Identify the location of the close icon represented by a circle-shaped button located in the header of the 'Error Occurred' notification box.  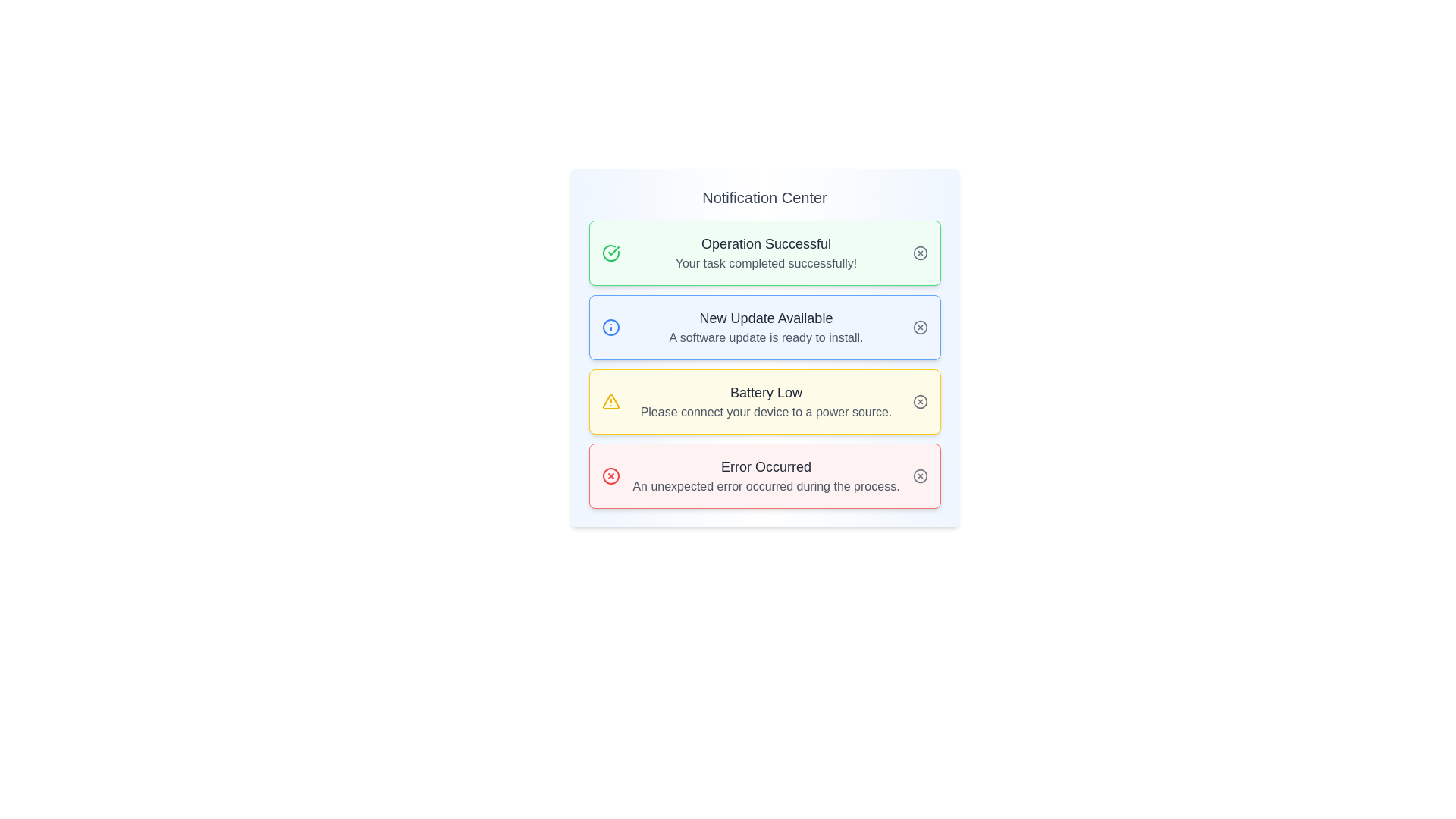
(919, 475).